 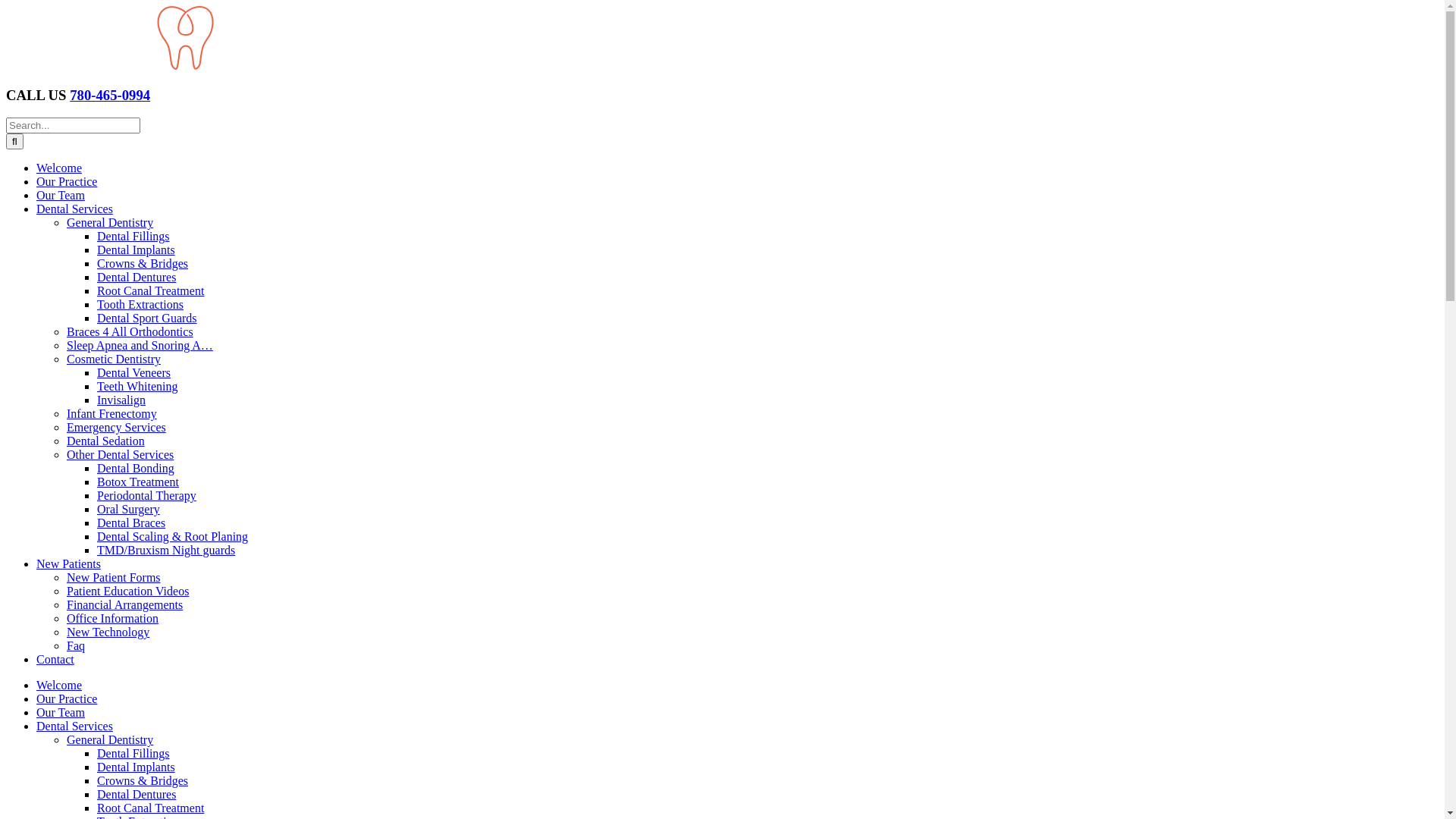 What do you see at coordinates (74, 725) in the screenshot?
I see `'Dental Services'` at bounding box center [74, 725].